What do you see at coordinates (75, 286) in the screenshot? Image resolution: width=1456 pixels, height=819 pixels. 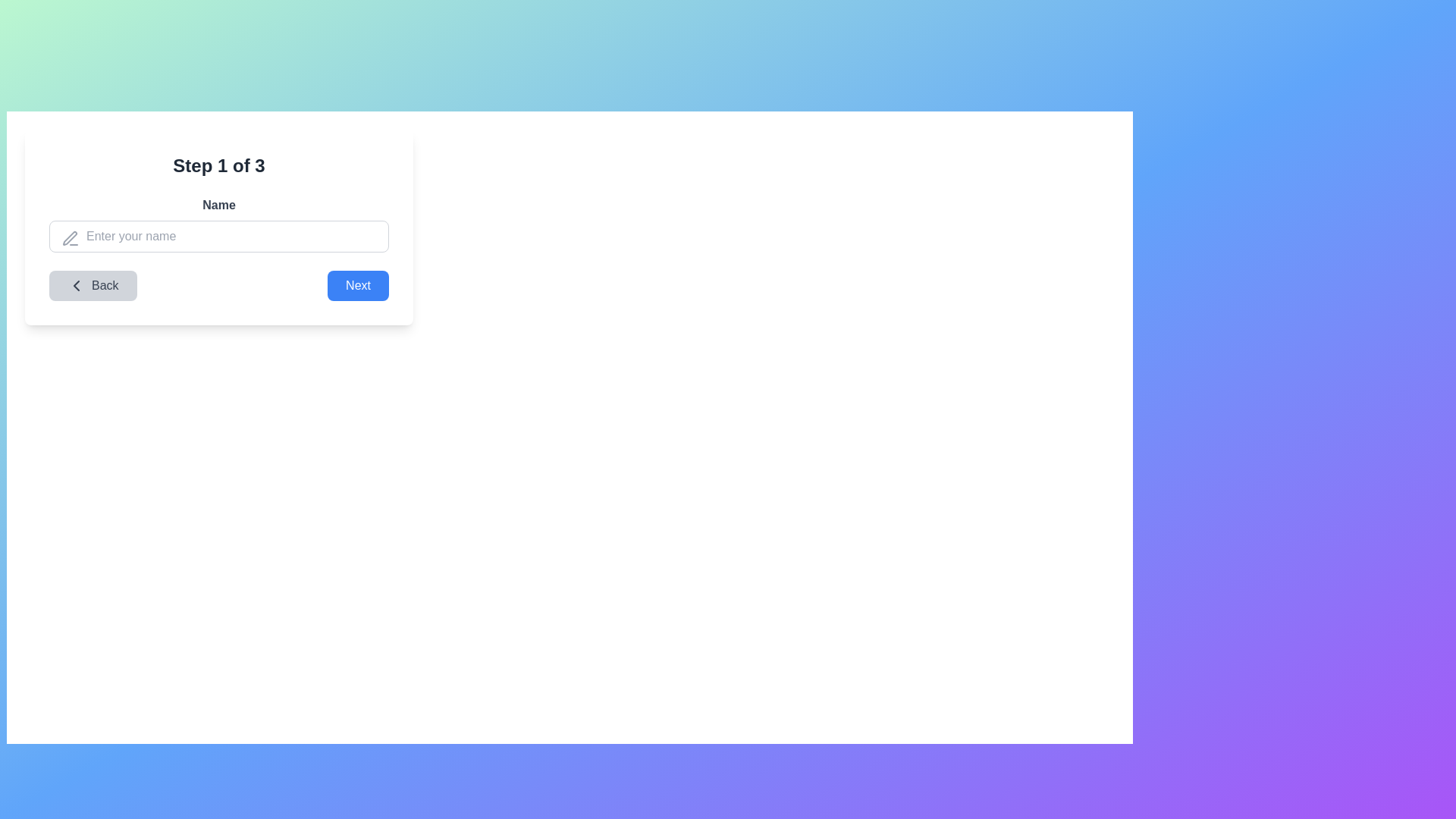 I see `the left-facing chevron arrow icon within the 'Back' button, which is displayed in a dark color against a light background` at bounding box center [75, 286].